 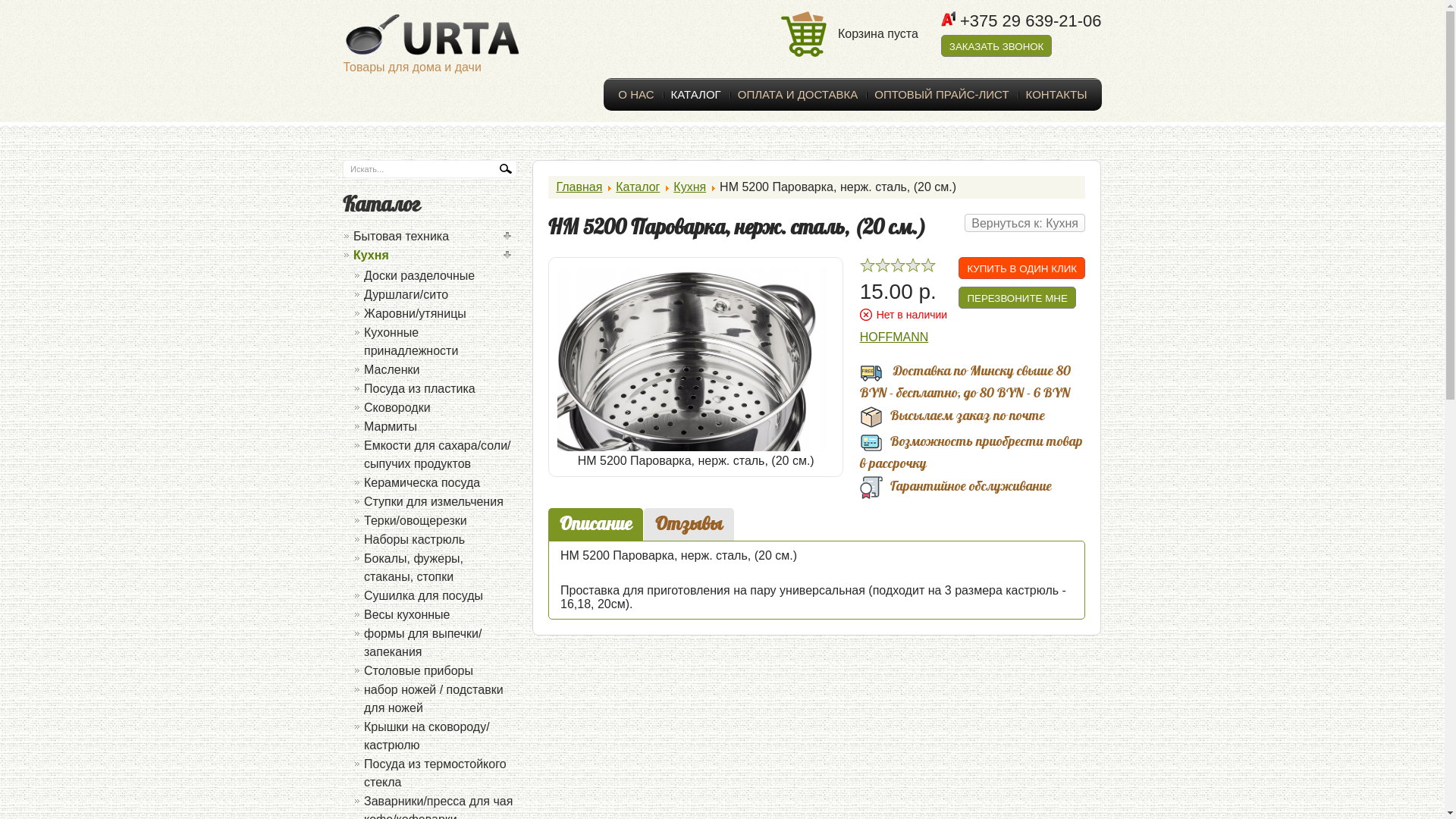 I want to click on 'HOFFMANN', so click(x=859, y=336).